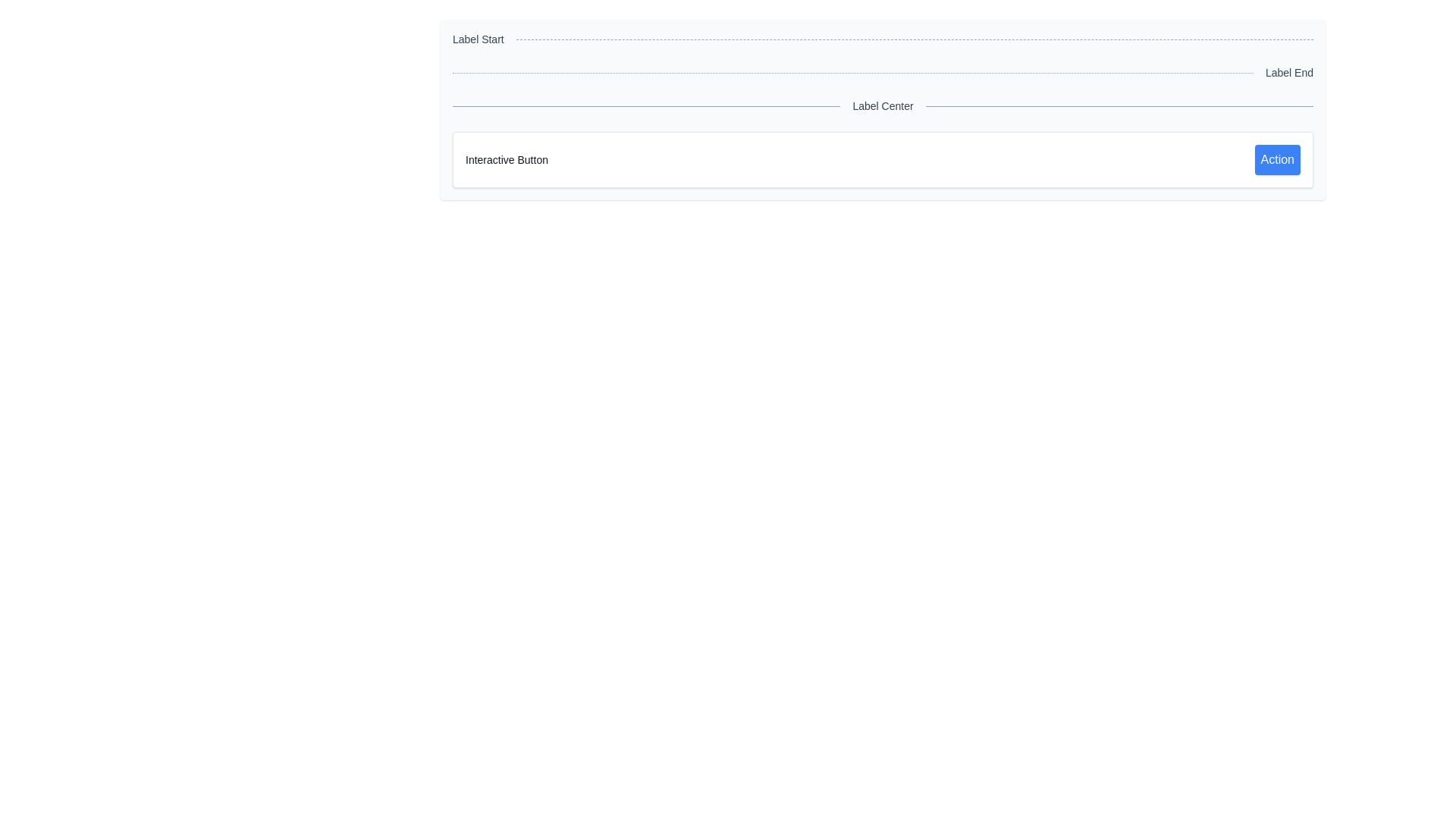  I want to click on the text label displaying 'Label Start' which is styled in a small font, medium weight, and gray color, located at the upper-left section of the interface, so click(477, 38).